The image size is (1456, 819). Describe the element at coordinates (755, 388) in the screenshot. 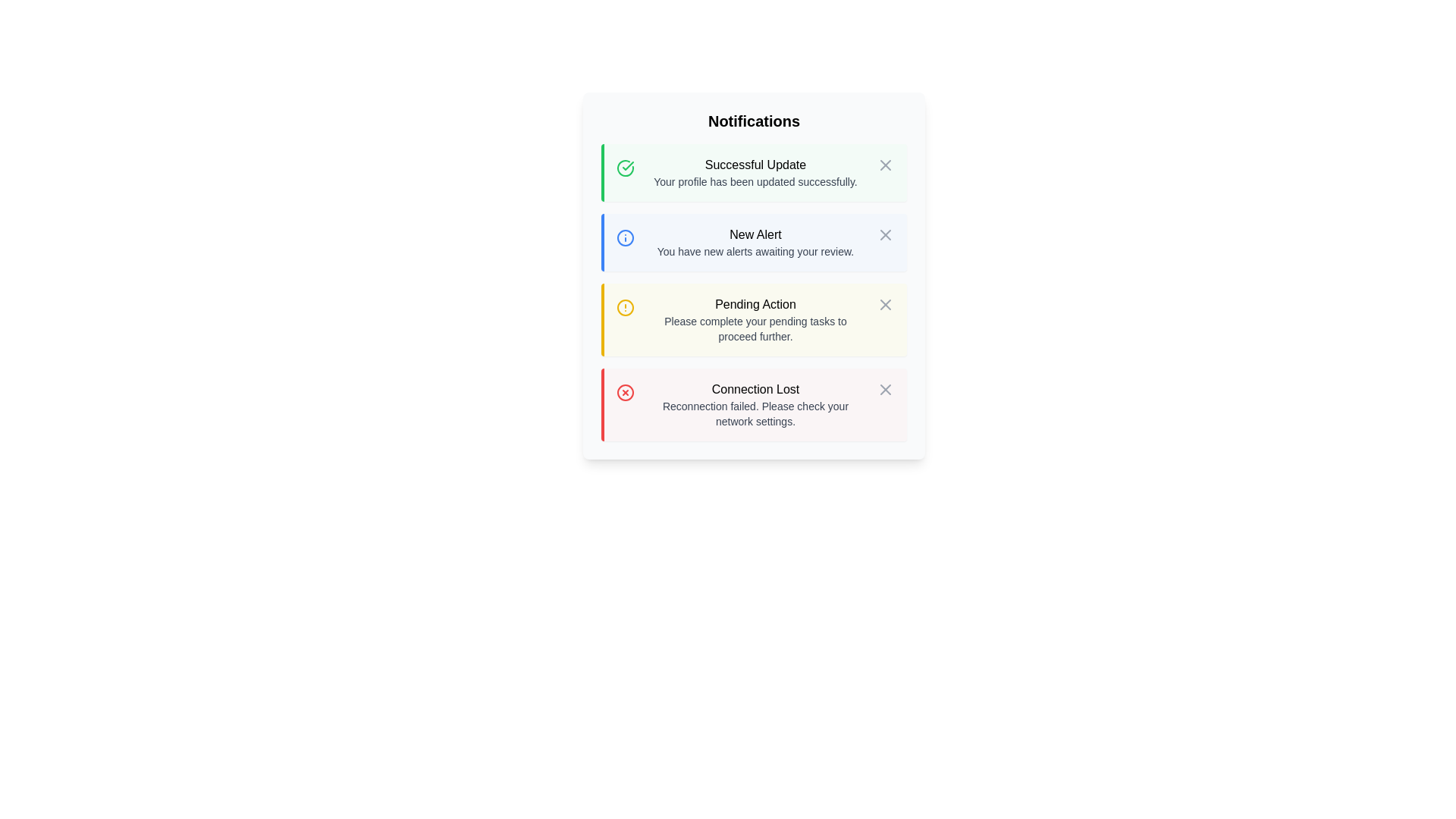

I see `the static text element in the red notification panel that informs the user about a lost connection event` at that location.